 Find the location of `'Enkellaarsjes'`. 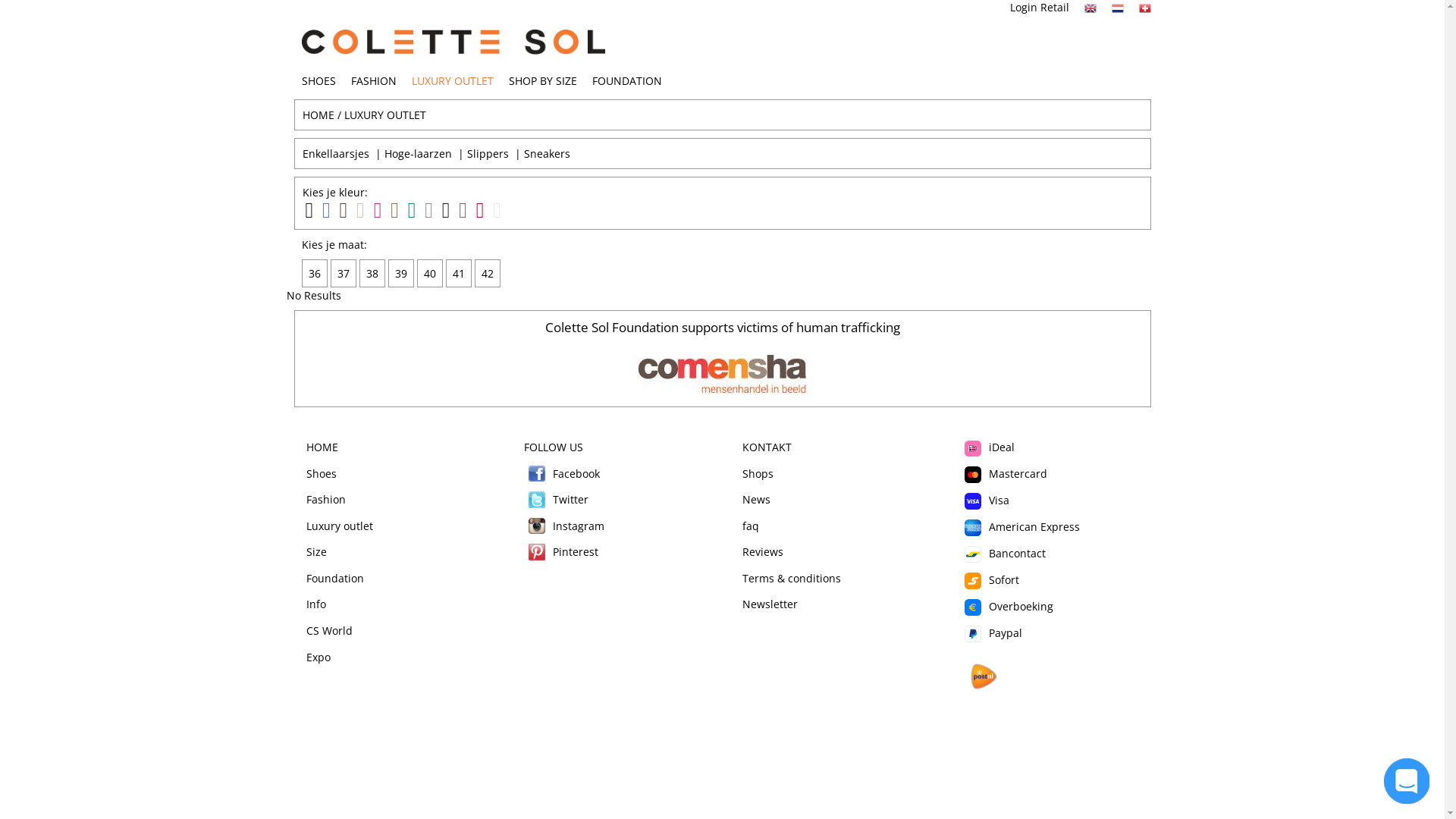

'Enkellaarsjes' is located at coordinates (334, 153).